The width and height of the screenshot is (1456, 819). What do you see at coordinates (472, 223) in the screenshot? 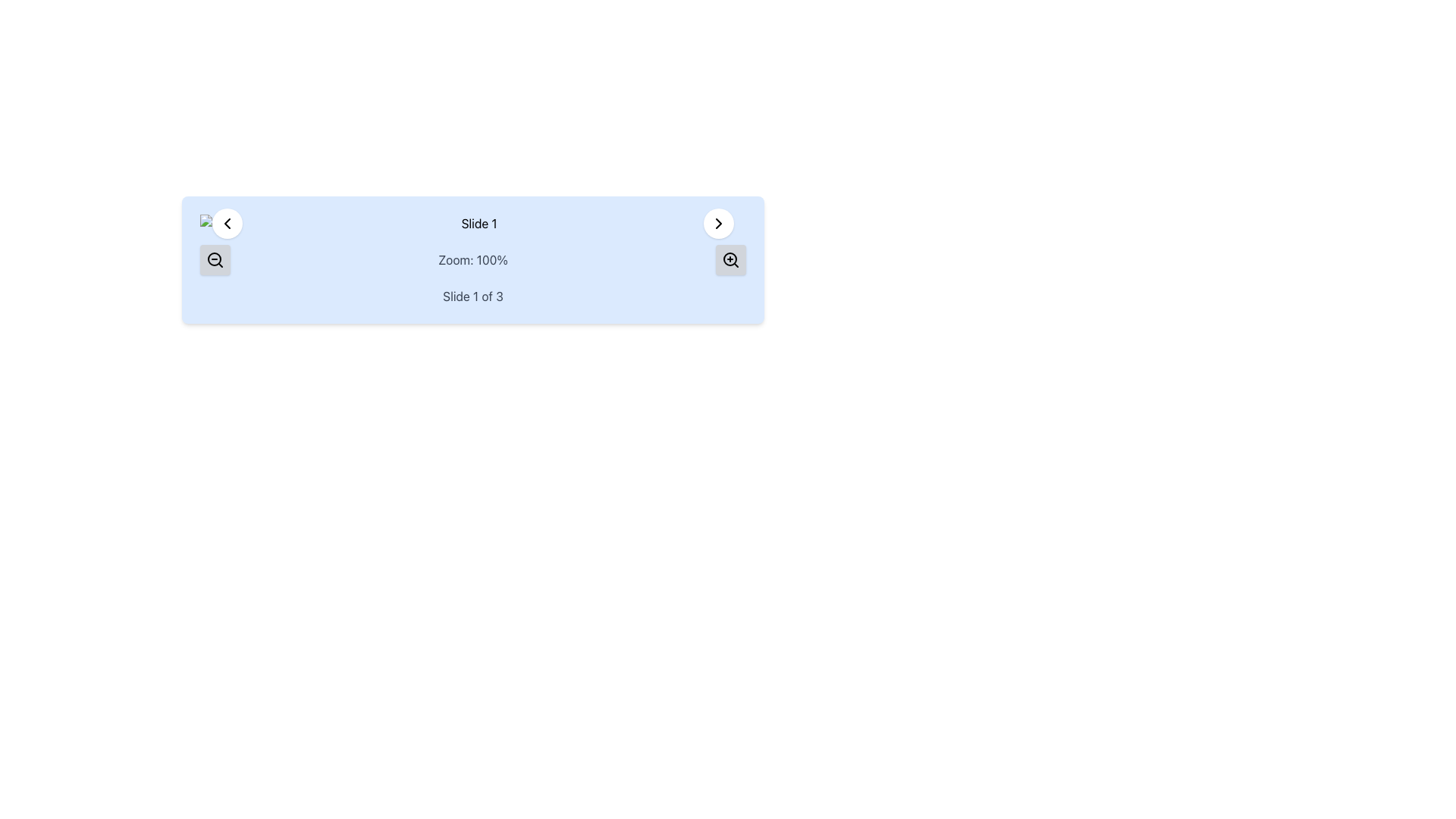
I see `the center of the image banner in the Image Viewer to focus` at bounding box center [472, 223].